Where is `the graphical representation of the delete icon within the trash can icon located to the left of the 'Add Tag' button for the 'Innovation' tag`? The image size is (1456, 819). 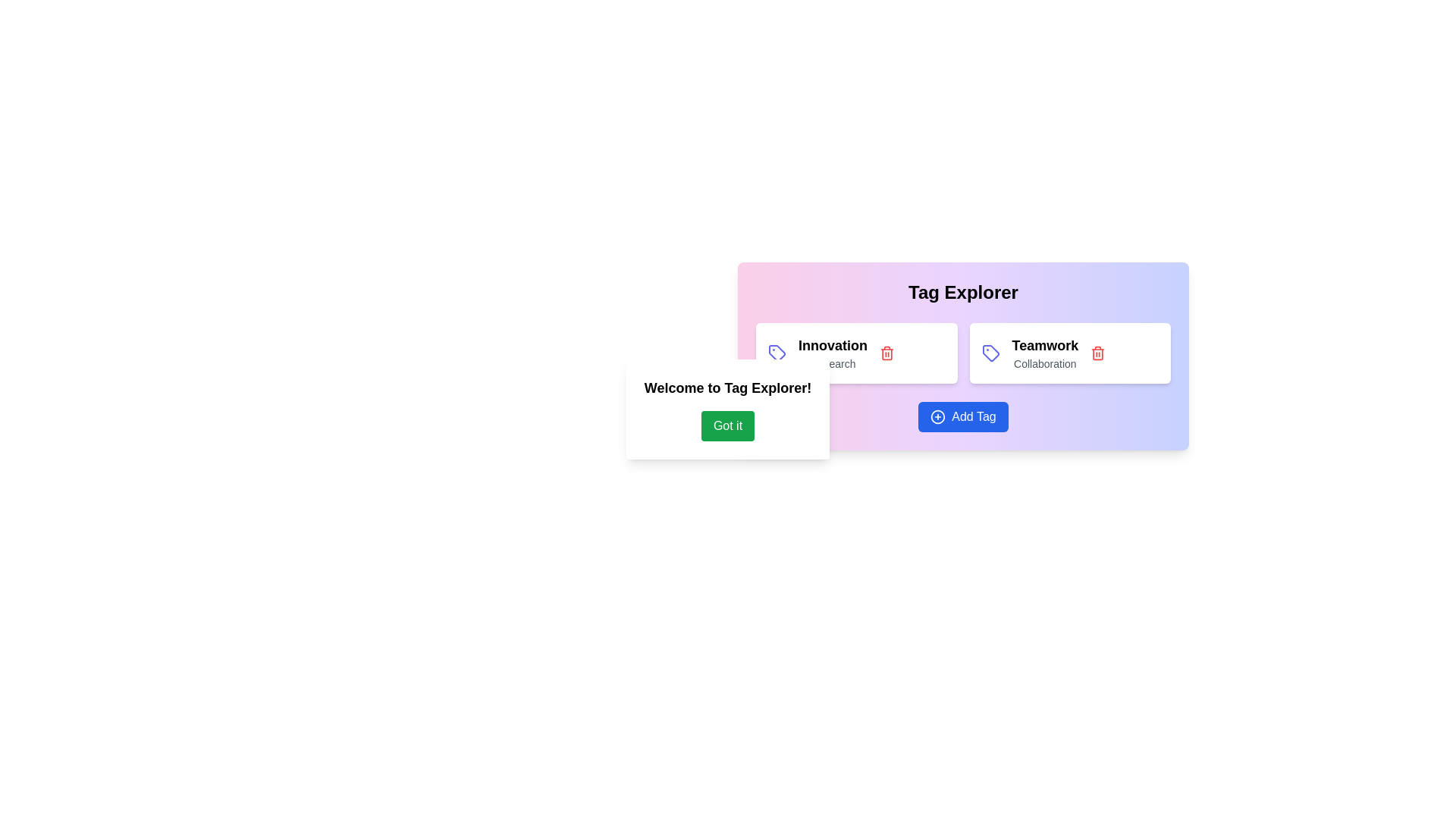 the graphical representation of the delete icon within the trash can icon located to the left of the 'Add Tag' button for the 'Innovation' tag is located at coordinates (887, 353).